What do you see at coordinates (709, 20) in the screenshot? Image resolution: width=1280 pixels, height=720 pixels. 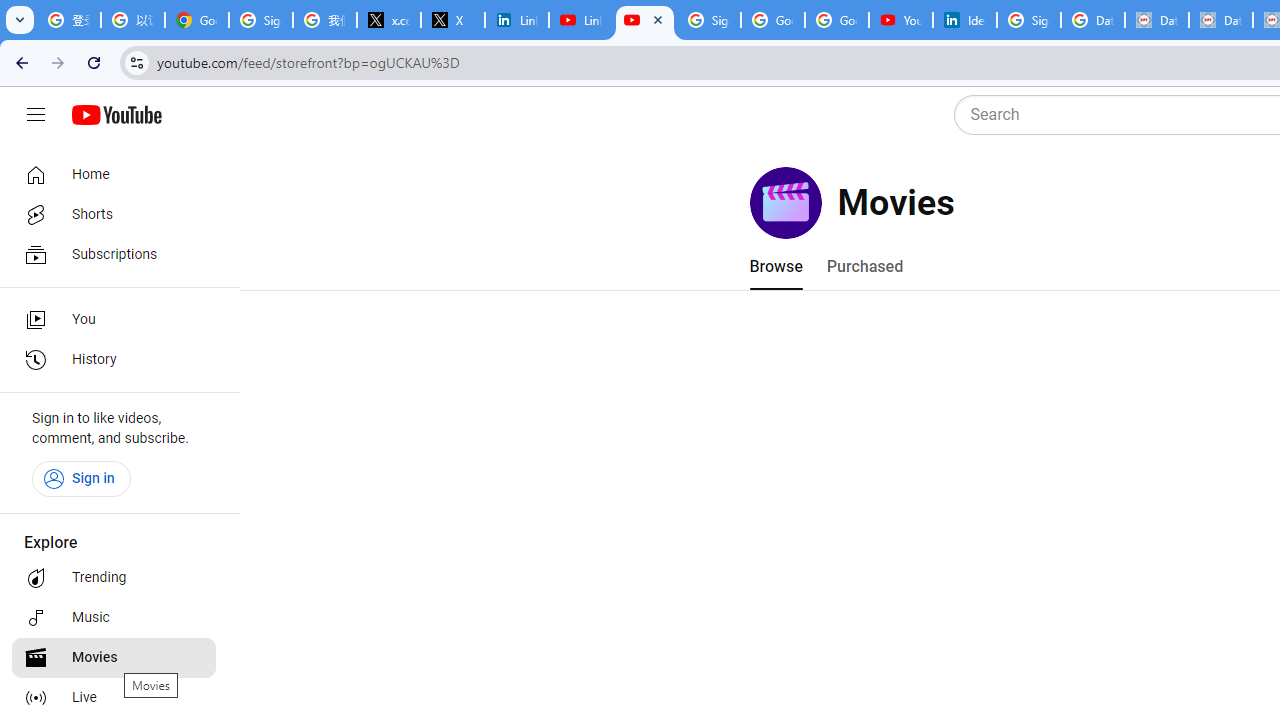 I see `'Sign in - Google Accounts'` at bounding box center [709, 20].